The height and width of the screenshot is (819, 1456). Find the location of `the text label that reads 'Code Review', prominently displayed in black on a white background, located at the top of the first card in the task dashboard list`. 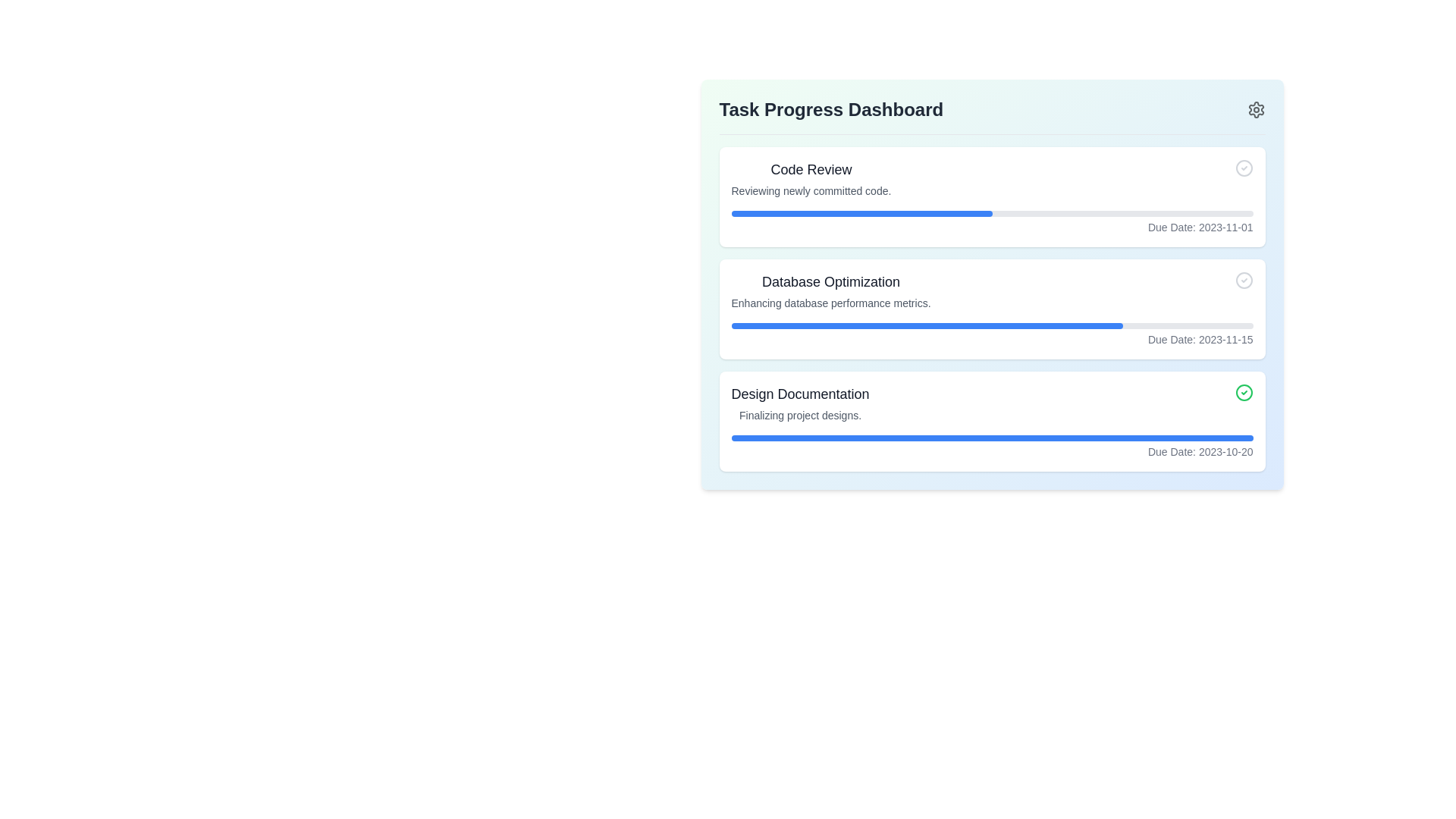

the text label that reads 'Code Review', prominently displayed in black on a white background, located at the top of the first card in the task dashboard list is located at coordinates (811, 169).